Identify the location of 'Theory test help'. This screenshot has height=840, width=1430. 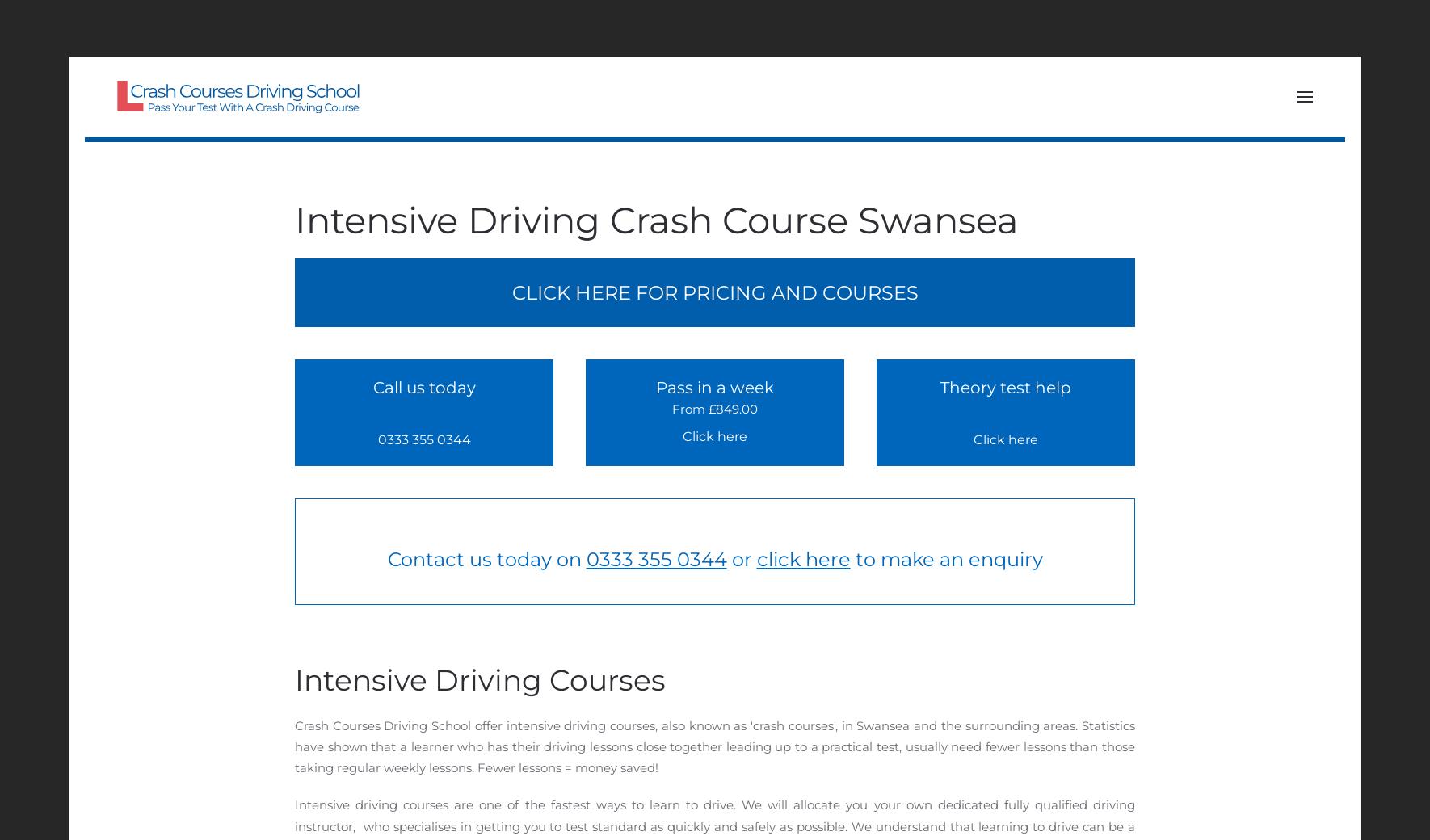
(940, 387).